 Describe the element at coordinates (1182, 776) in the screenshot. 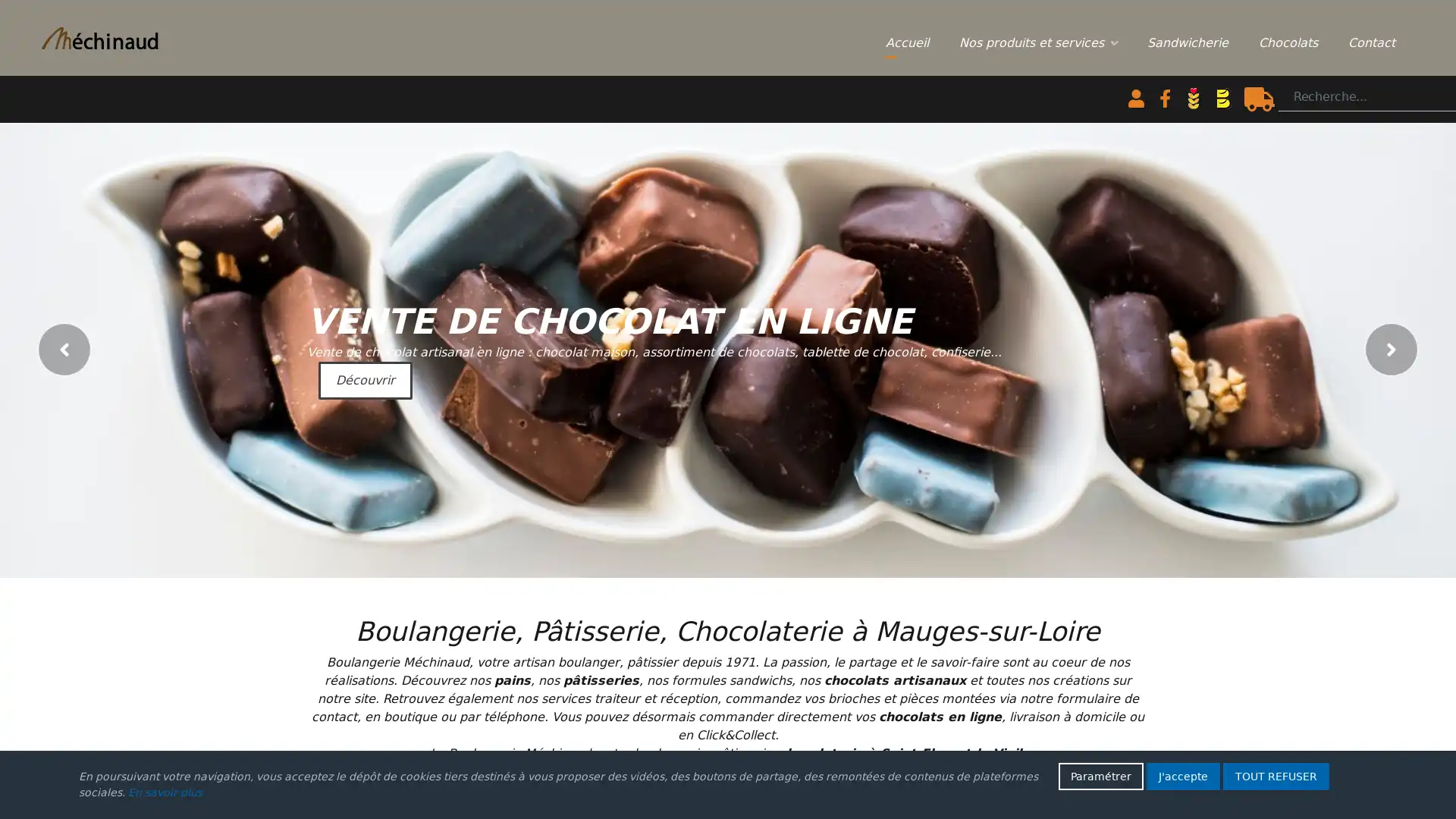

I see `J'accepte` at that location.